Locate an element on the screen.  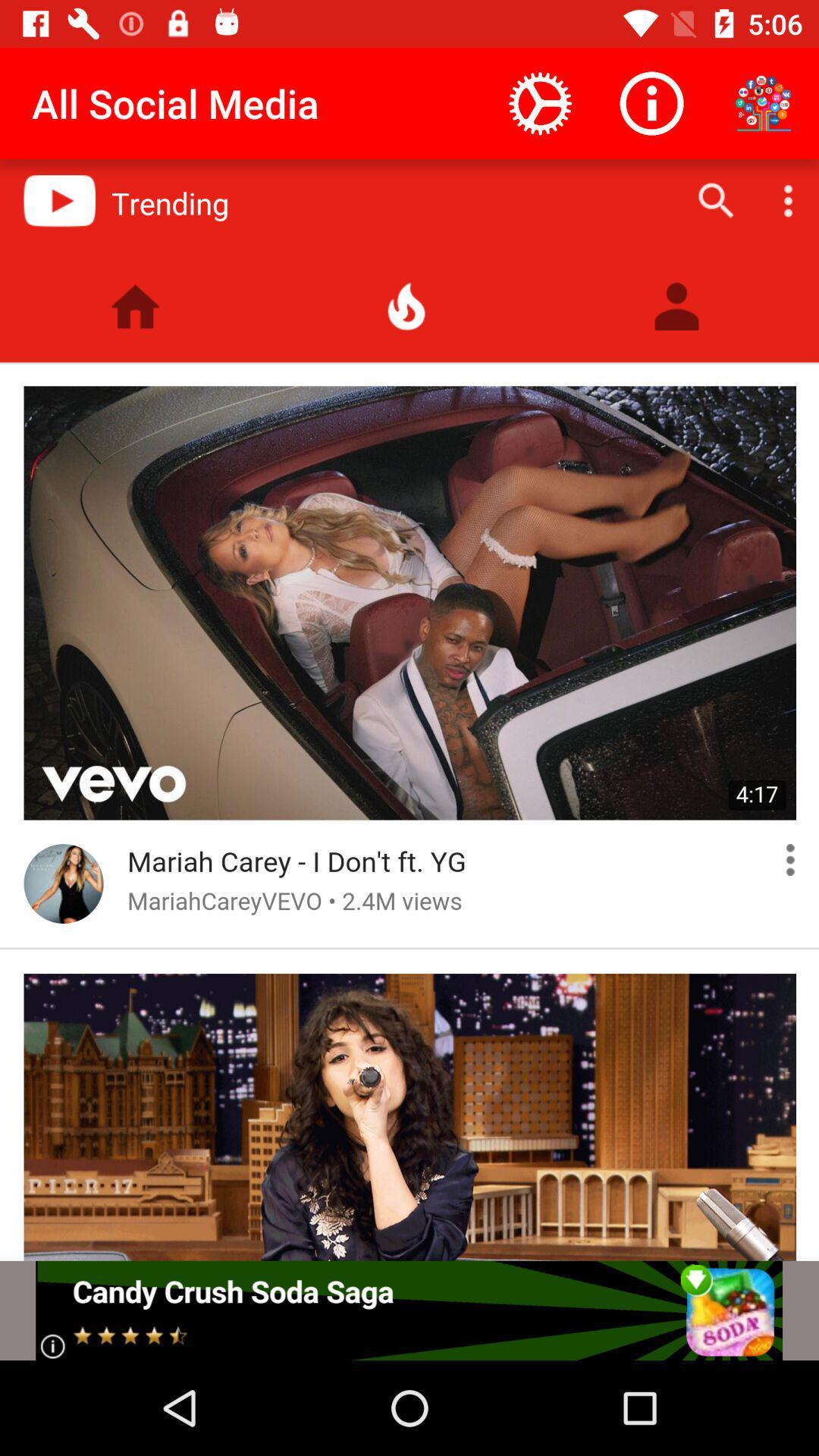
install app is located at coordinates (408, 1310).